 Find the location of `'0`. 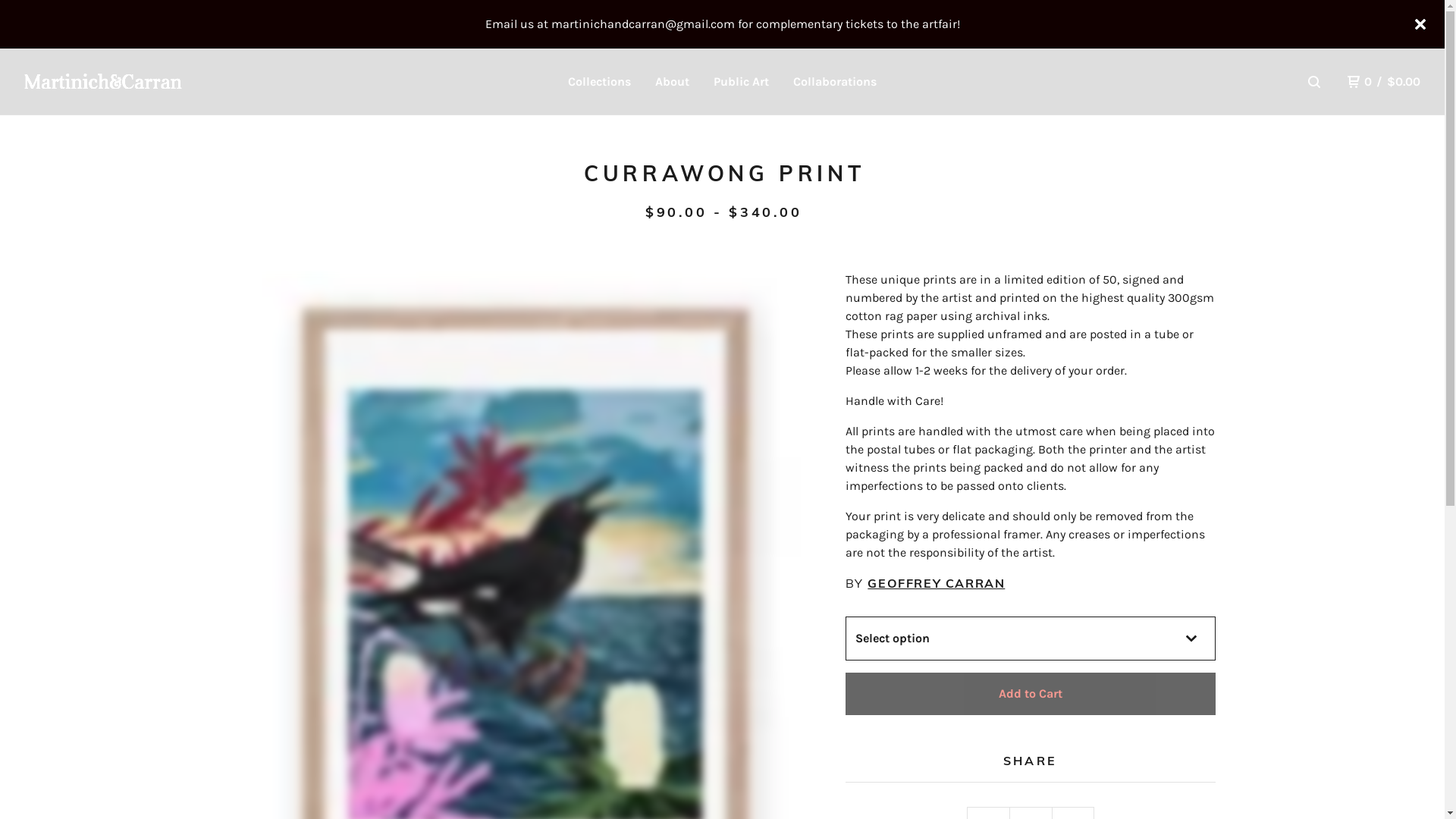

'0 is located at coordinates (1383, 82).